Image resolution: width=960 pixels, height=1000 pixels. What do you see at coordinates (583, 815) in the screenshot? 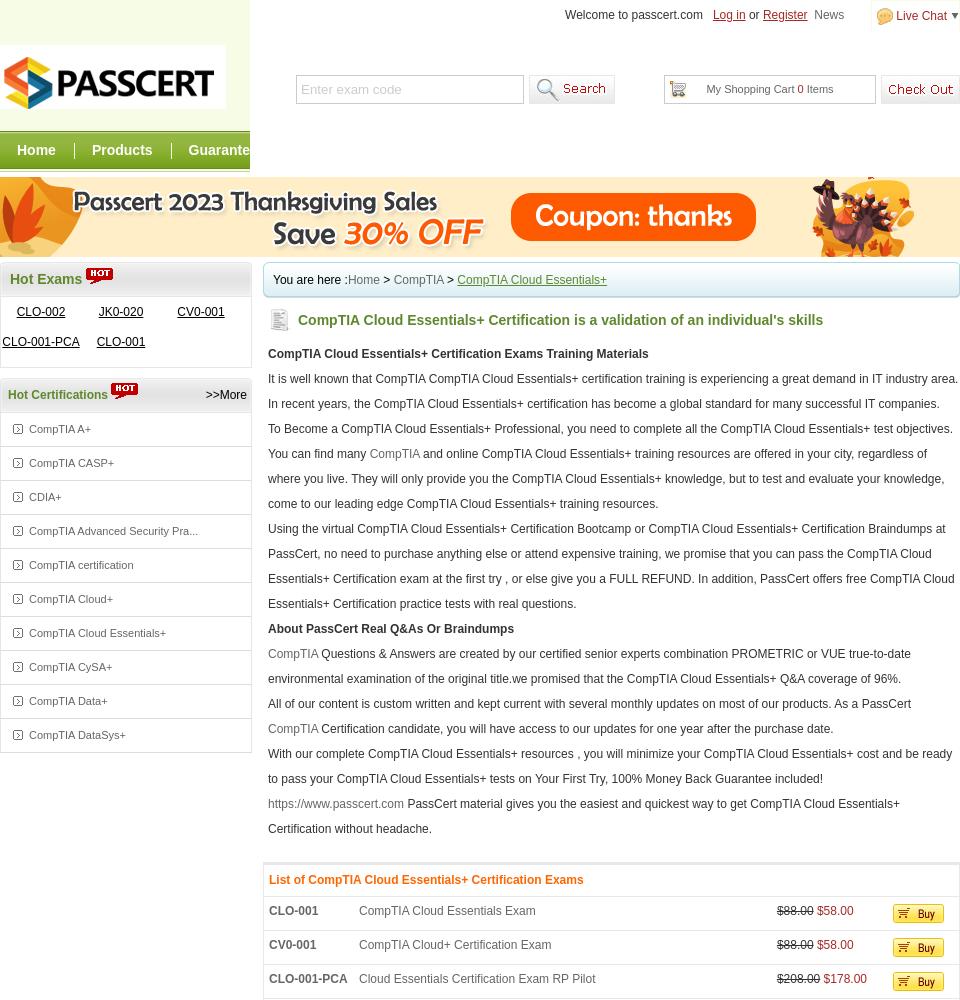
I see `'PassCert material gives you the easiest and quickest way to get CompTIA Cloud Essentials+ Certification without headache.'` at bounding box center [583, 815].